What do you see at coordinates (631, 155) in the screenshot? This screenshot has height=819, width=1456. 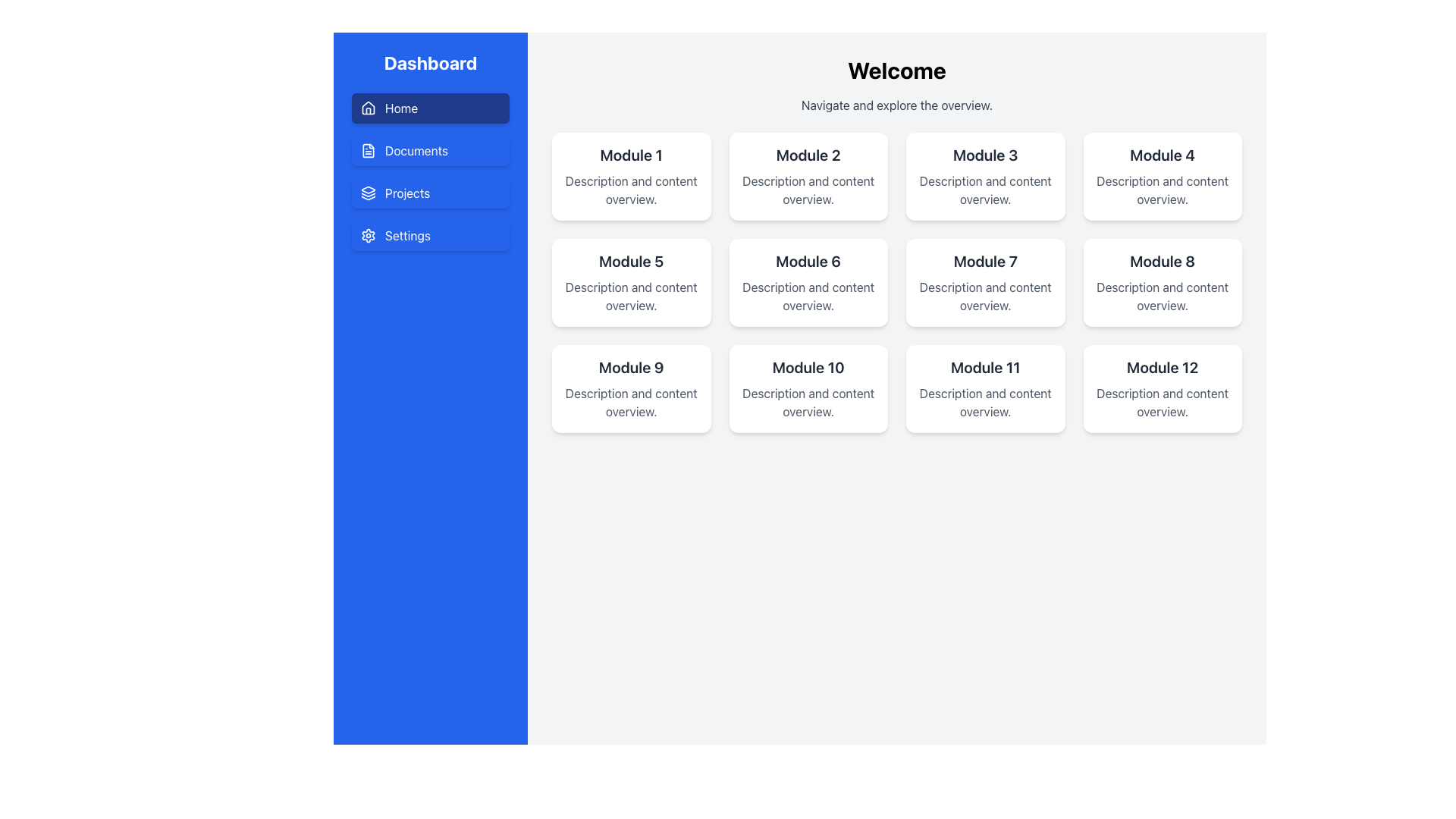 I see `the text label displaying 'Module 1' in bold dark gray font, which is positioned at the top of the card layout in the main content area` at bounding box center [631, 155].